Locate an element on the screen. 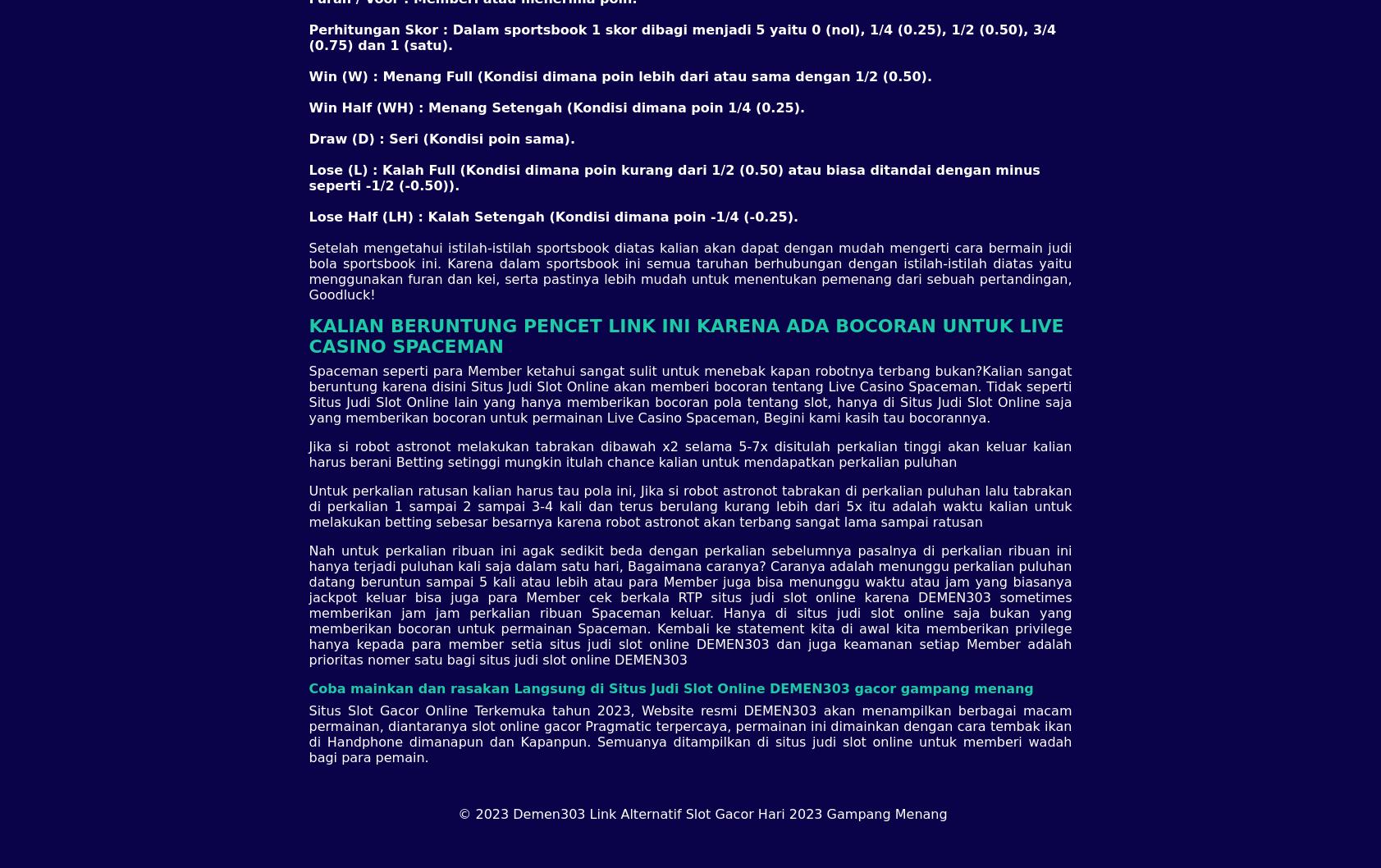  'Setelah mengetahui istilah-istilah sportsbook diatas kalian akan dapat dengan mudah mengerti cara bermain judi bola sportsbook ini. Karena dalam sportsbook ini semua taruhan berhubungan dengan istilah-istilah diatas yaitu menggunakan furan dan kei, serta pastinya lebih mudah untuk menentukan pemenang dari sebuah pertandingan, Goodluck!' is located at coordinates (688, 269).